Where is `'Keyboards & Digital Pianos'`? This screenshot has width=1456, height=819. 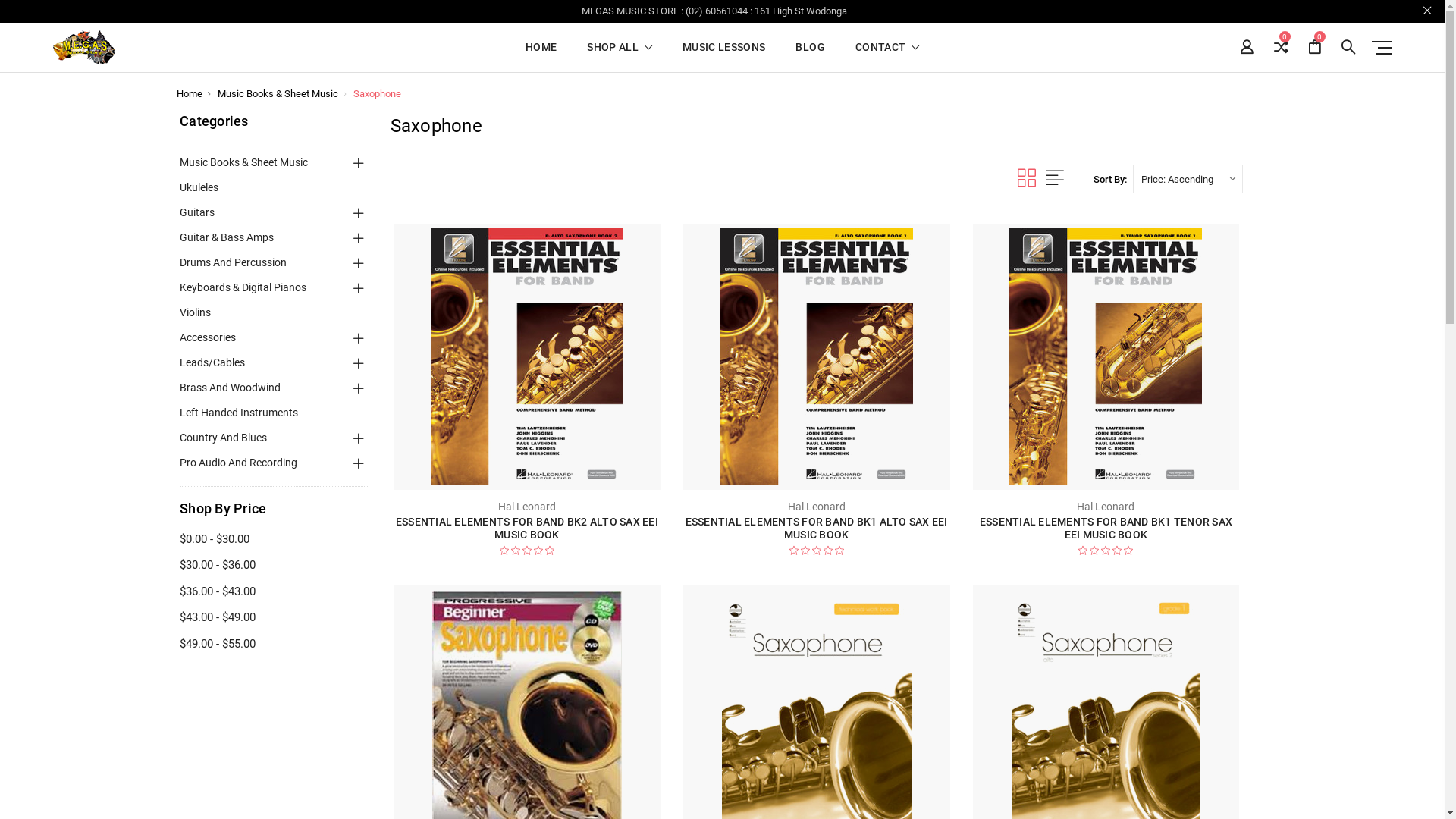 'Keyboards & Digital Pianos' is located at coordinates (243, 287).